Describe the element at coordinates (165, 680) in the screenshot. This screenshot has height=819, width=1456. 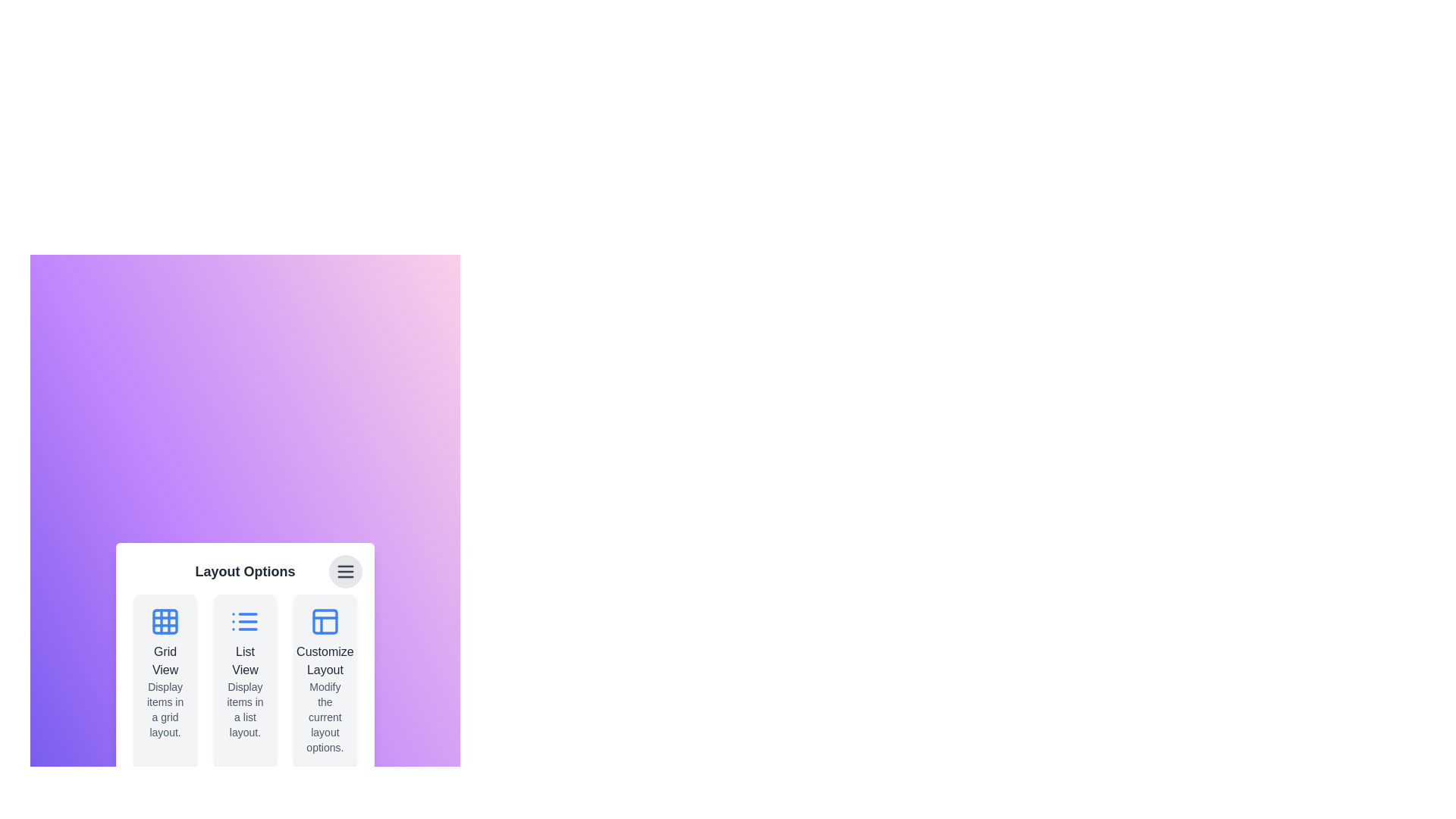
I see `the layout option card corresponding to Grid View to highlight it` at that location.